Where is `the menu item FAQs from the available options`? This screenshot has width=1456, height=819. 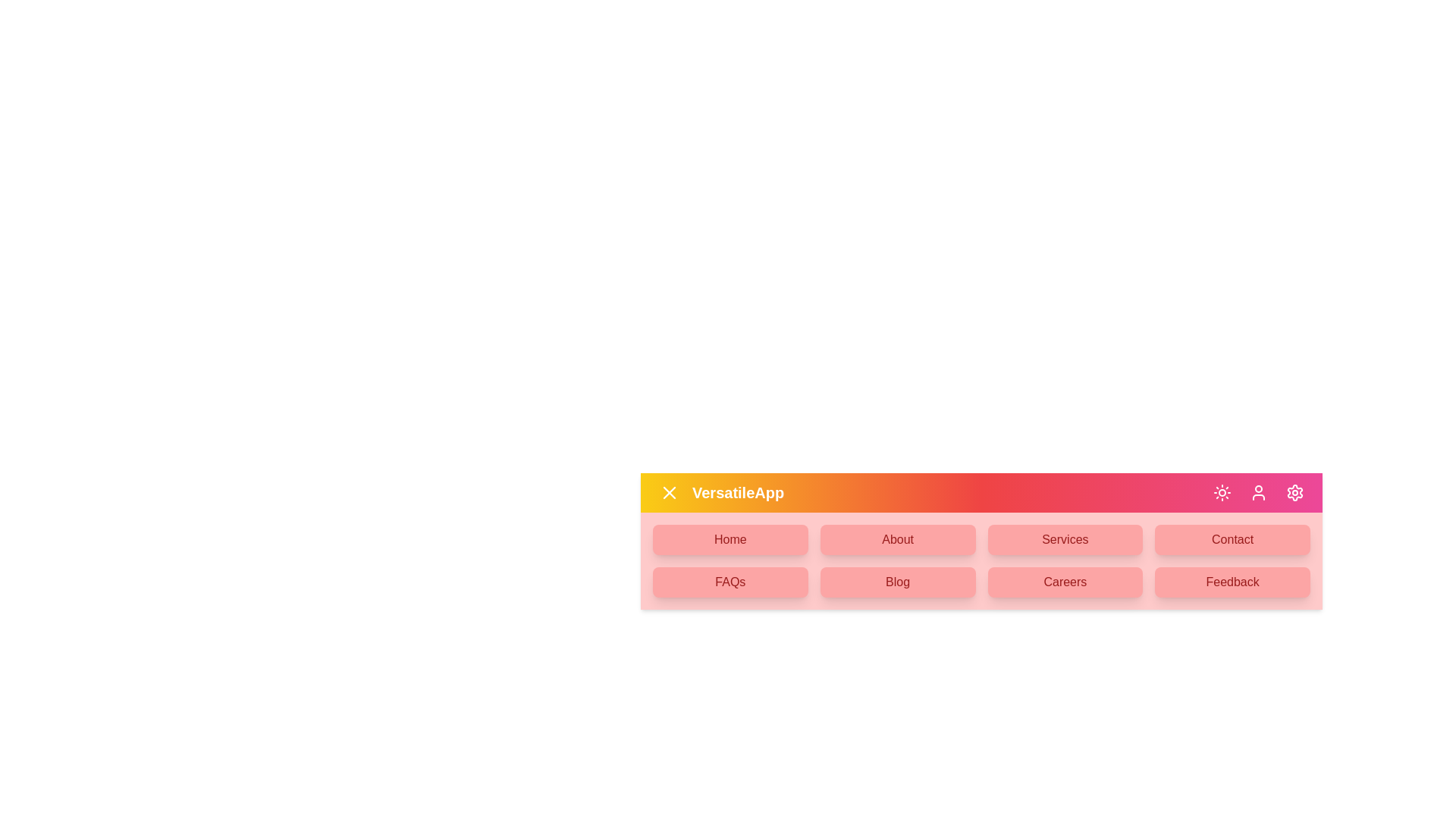 the menu item FAQs from the available options is located at coordinates (730, 581).